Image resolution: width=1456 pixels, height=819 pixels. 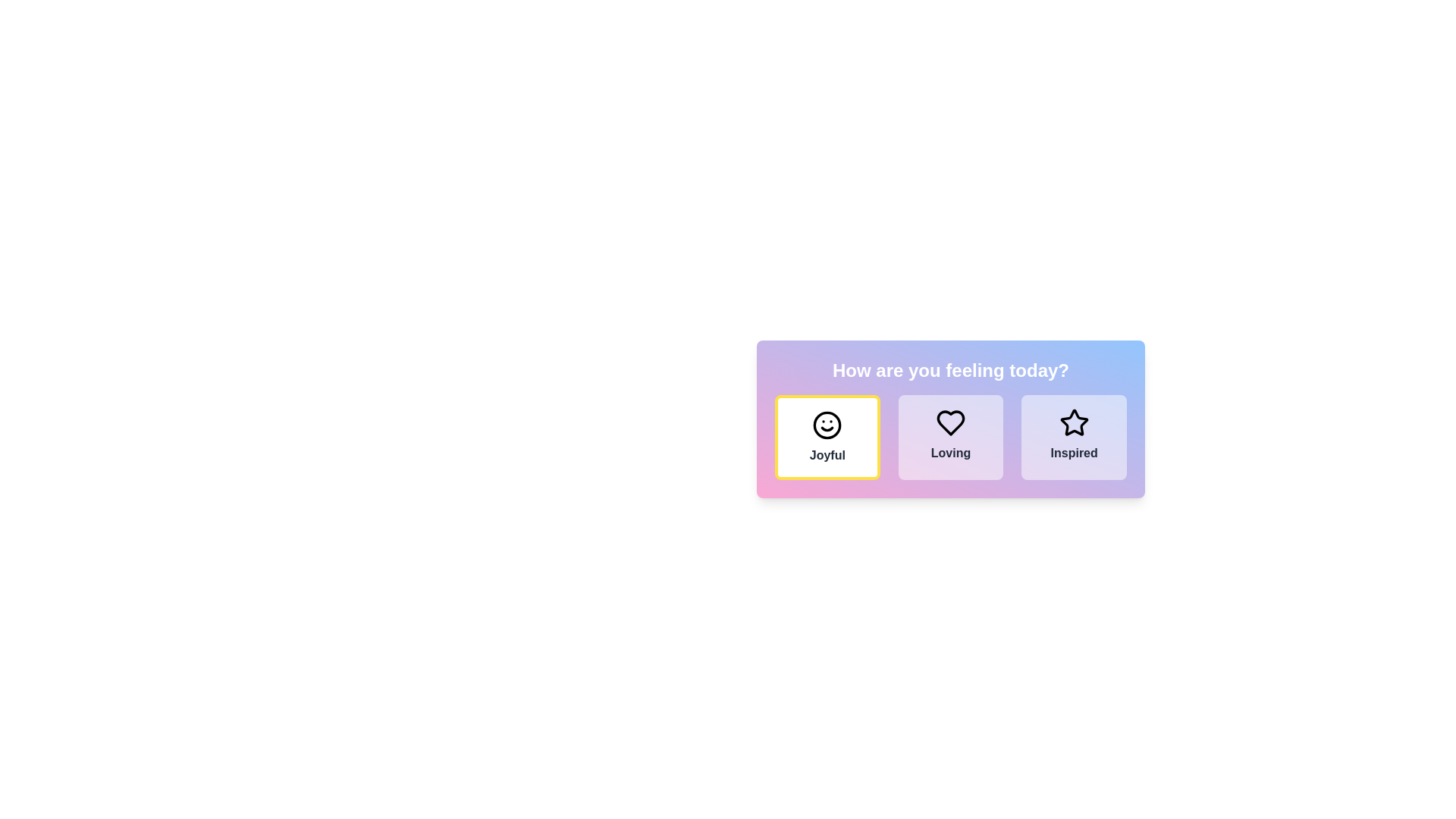 What do you see at coordinates (949, 438) in the screenshot?
I see `the 'Loving' emotion button located between the 'Joyful' and 'Inspired' options under the query 'How are you feeling today?'` at bounding box center [949, 438].